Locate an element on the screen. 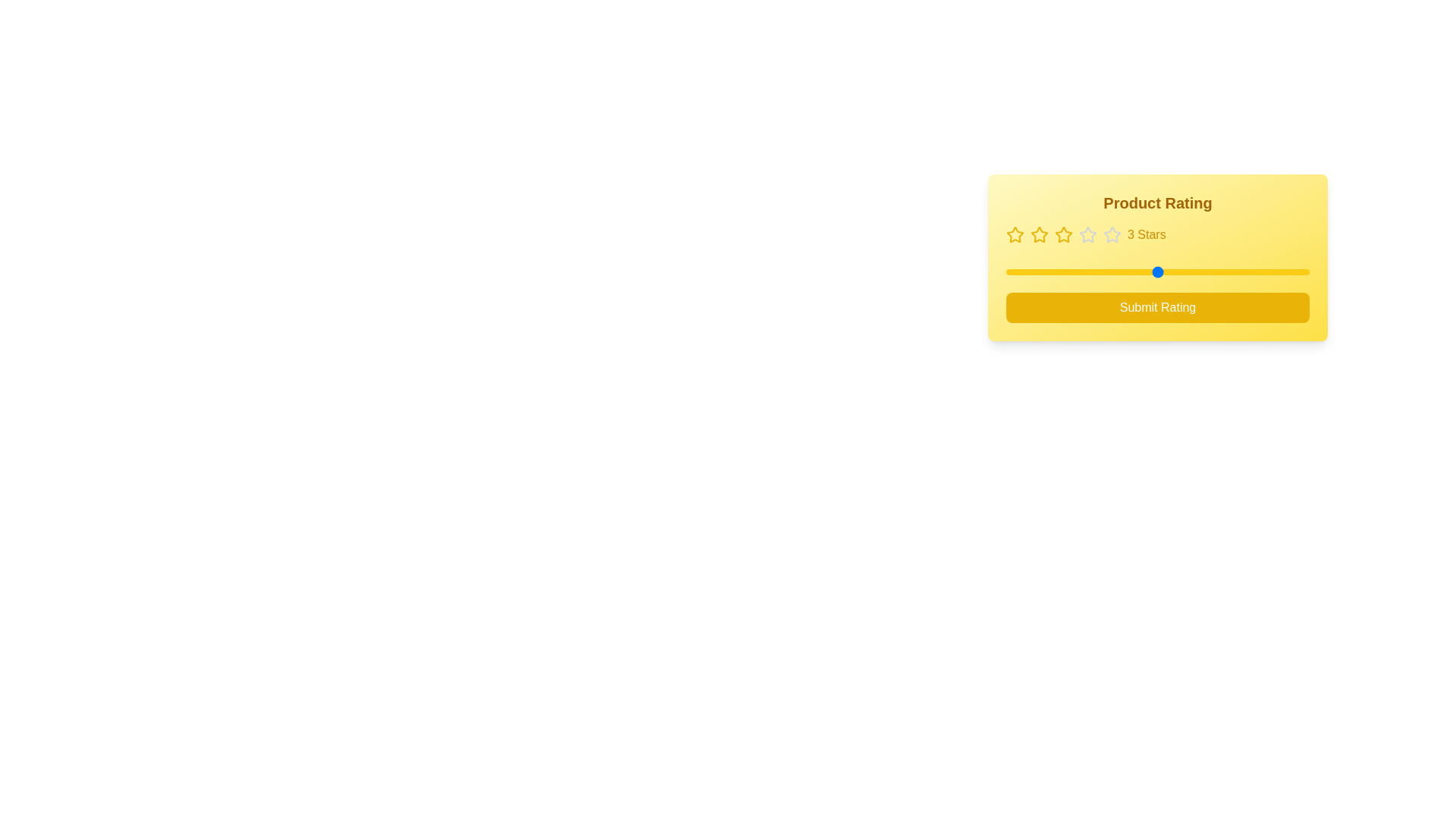  product rating is located at coordinates (1234, 271).